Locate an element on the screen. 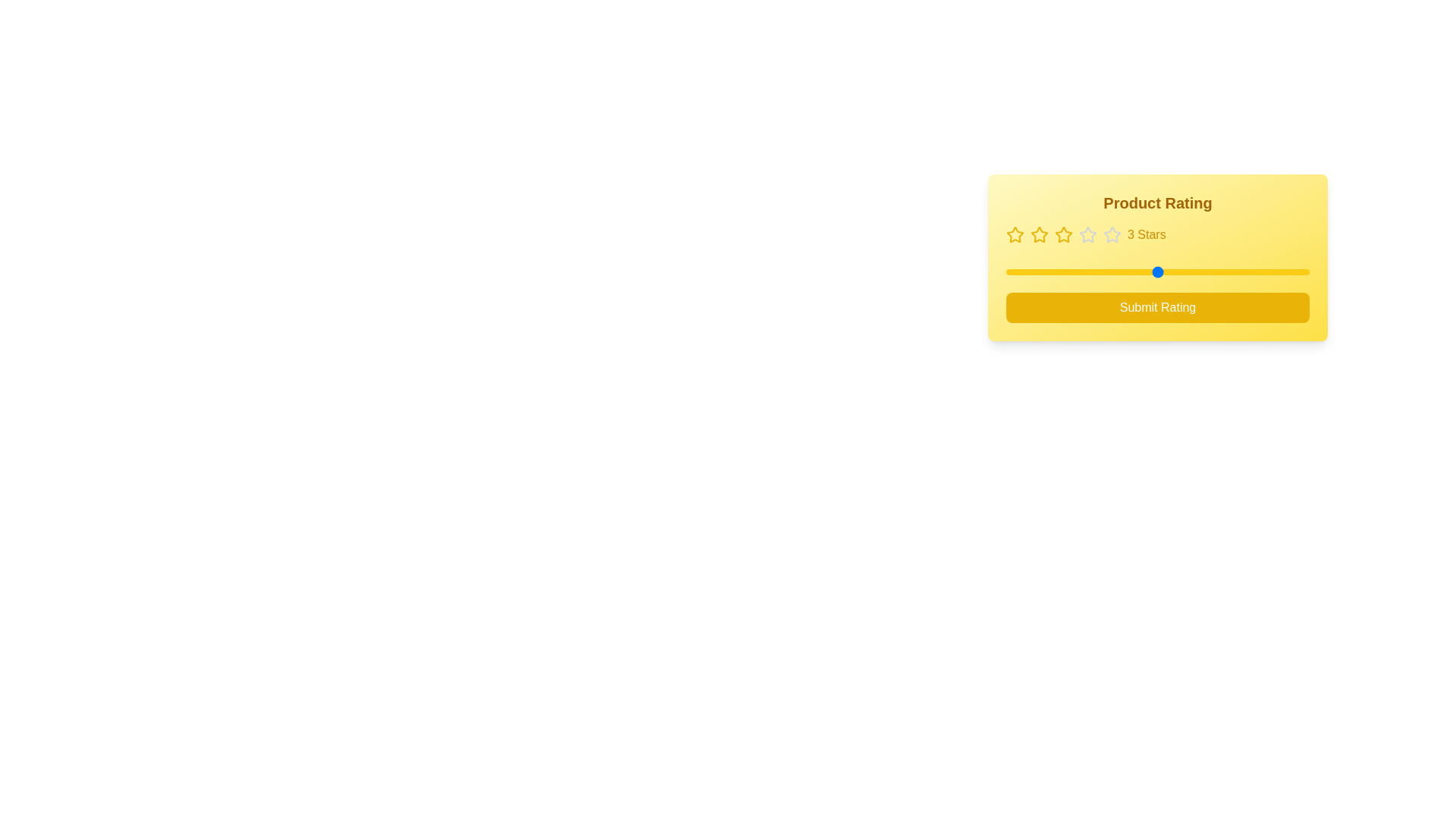  product rating is located at coordinates (1234, 271).